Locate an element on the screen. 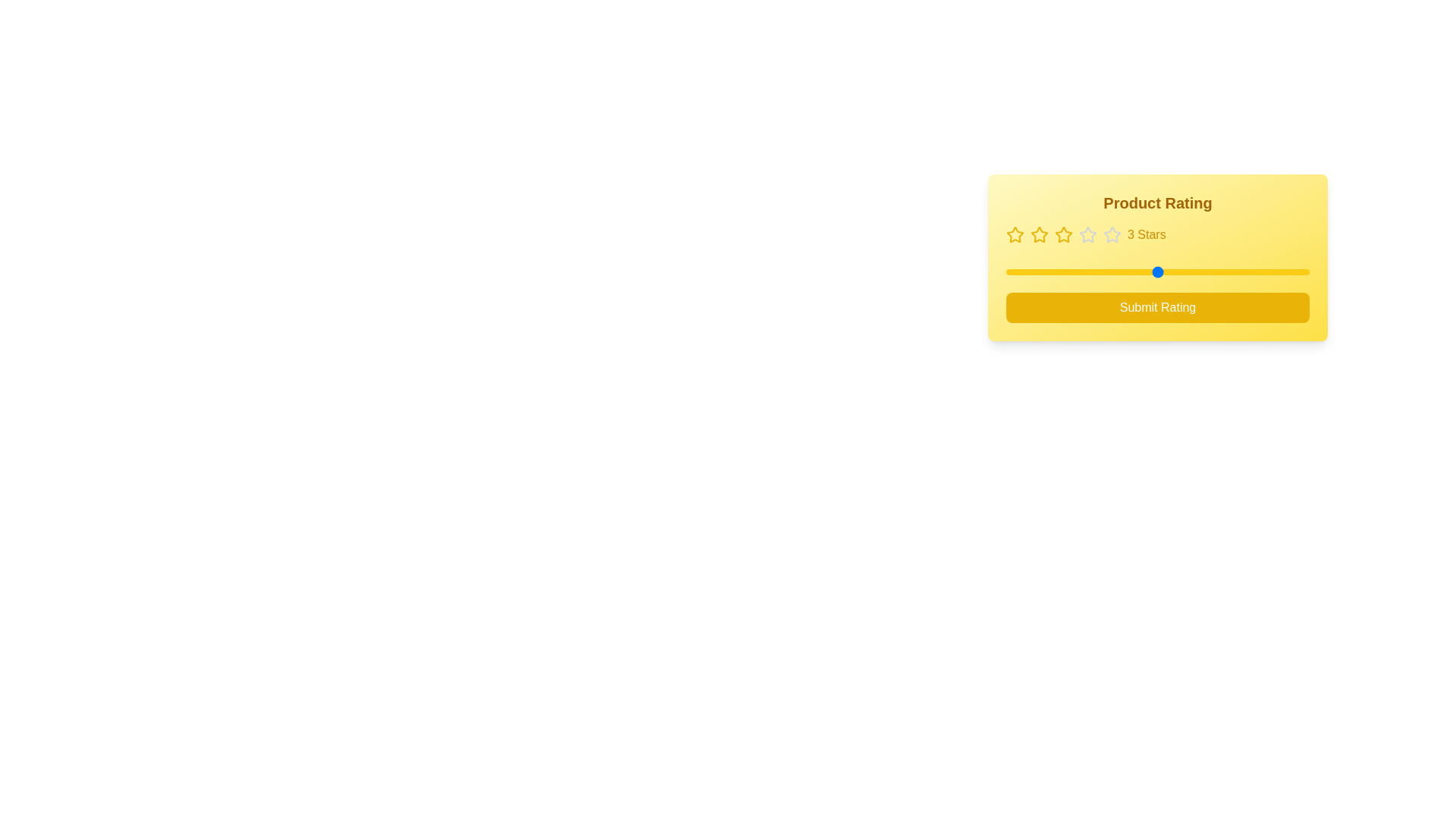  product rating is located at coordinates (1234, 271).